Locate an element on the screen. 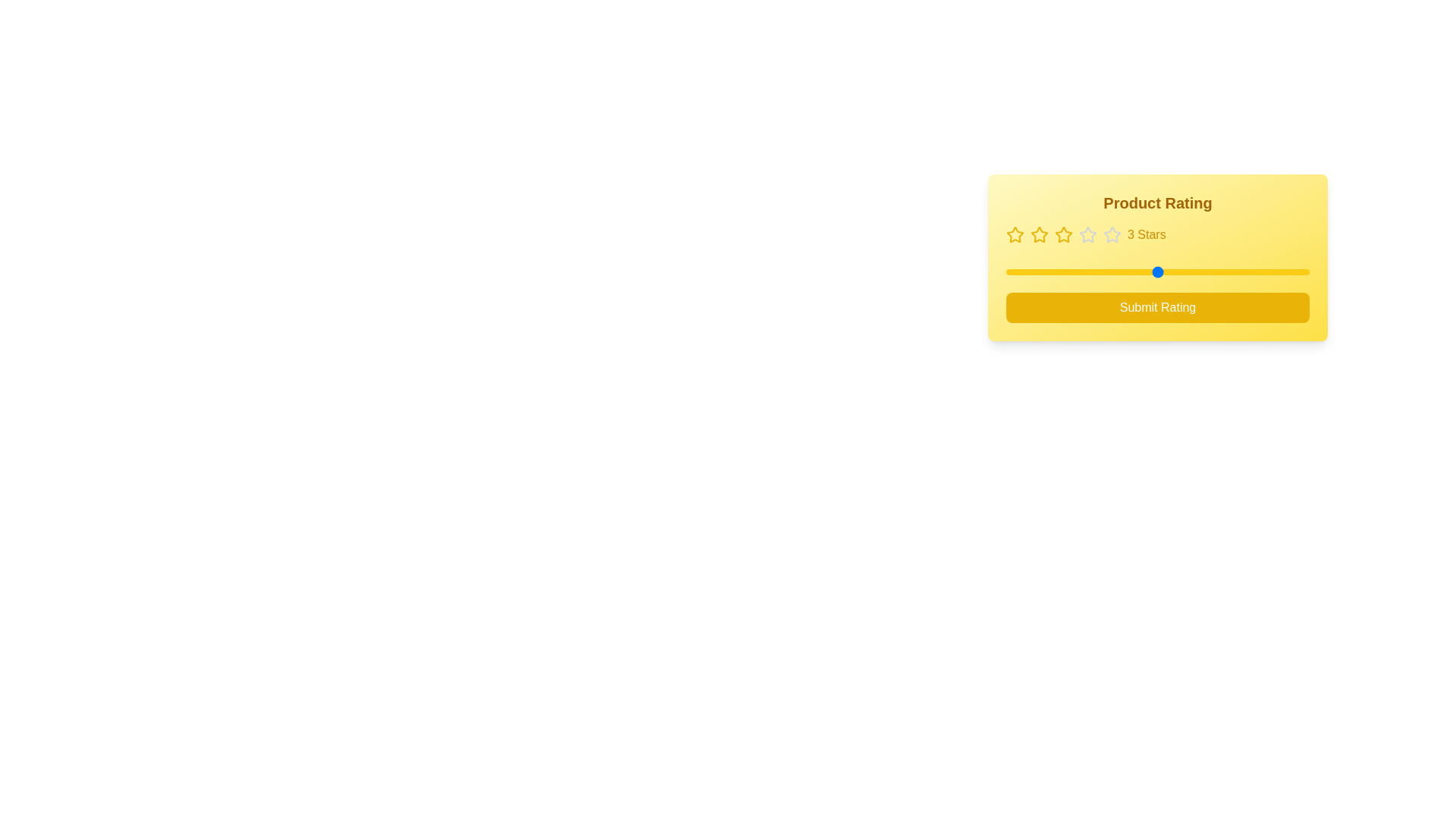  product rating is located at coordinates (1234, 271).